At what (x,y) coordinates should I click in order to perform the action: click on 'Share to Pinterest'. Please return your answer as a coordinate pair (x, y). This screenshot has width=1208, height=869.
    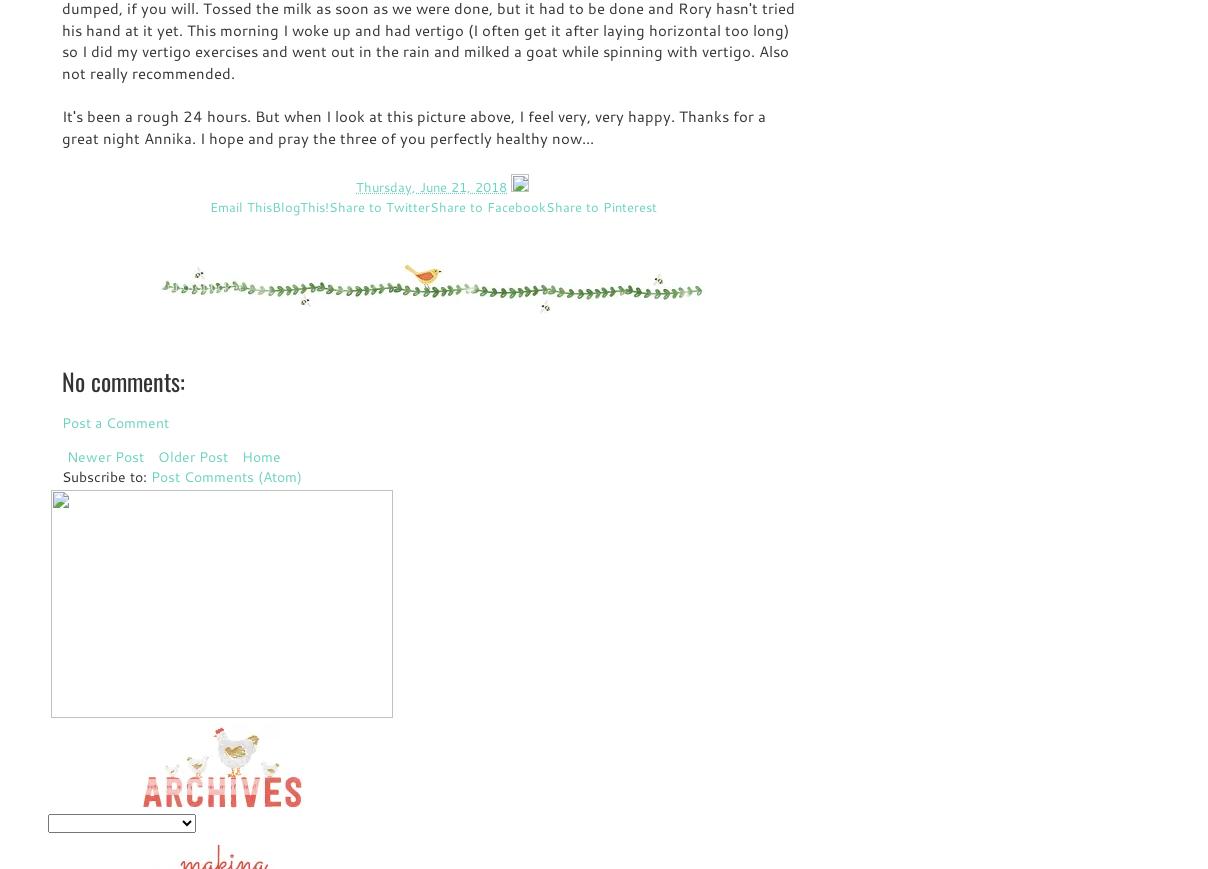
    Looking at the image, I should click on (600, 205).